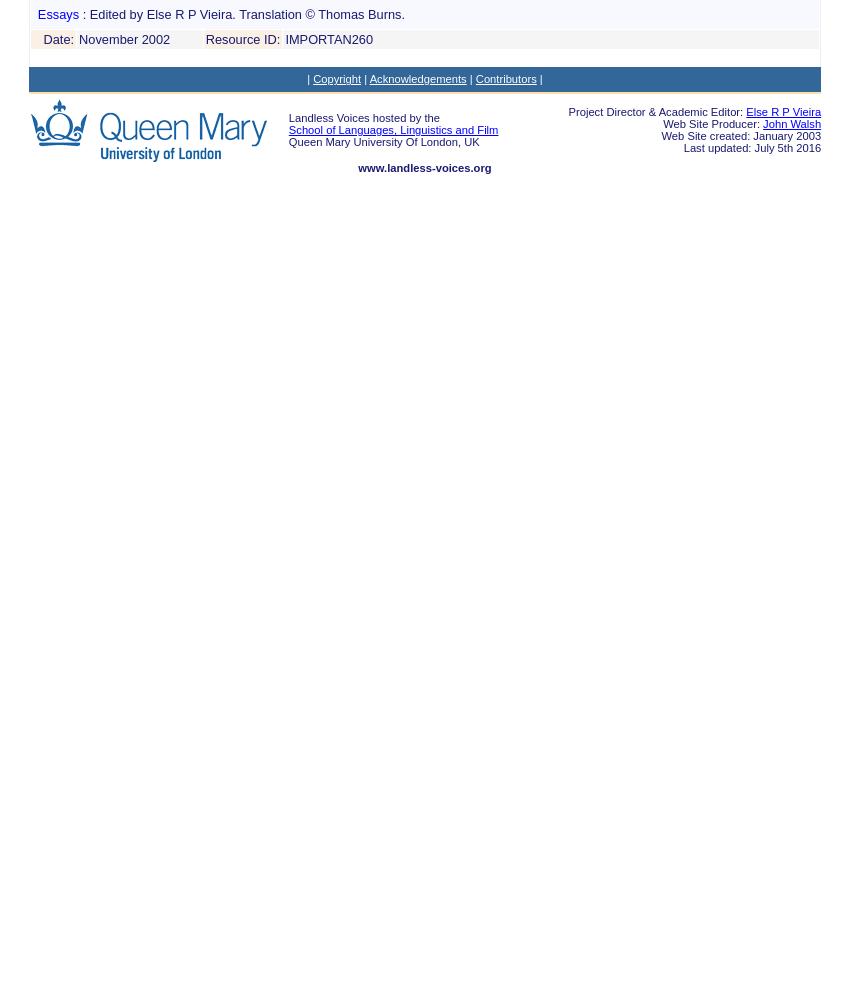 The height and width of the screenshot is (1000, 850). Describe the element at coordinates (242, 38) in the screenshot. I see `'Resource ID:'` at that location.